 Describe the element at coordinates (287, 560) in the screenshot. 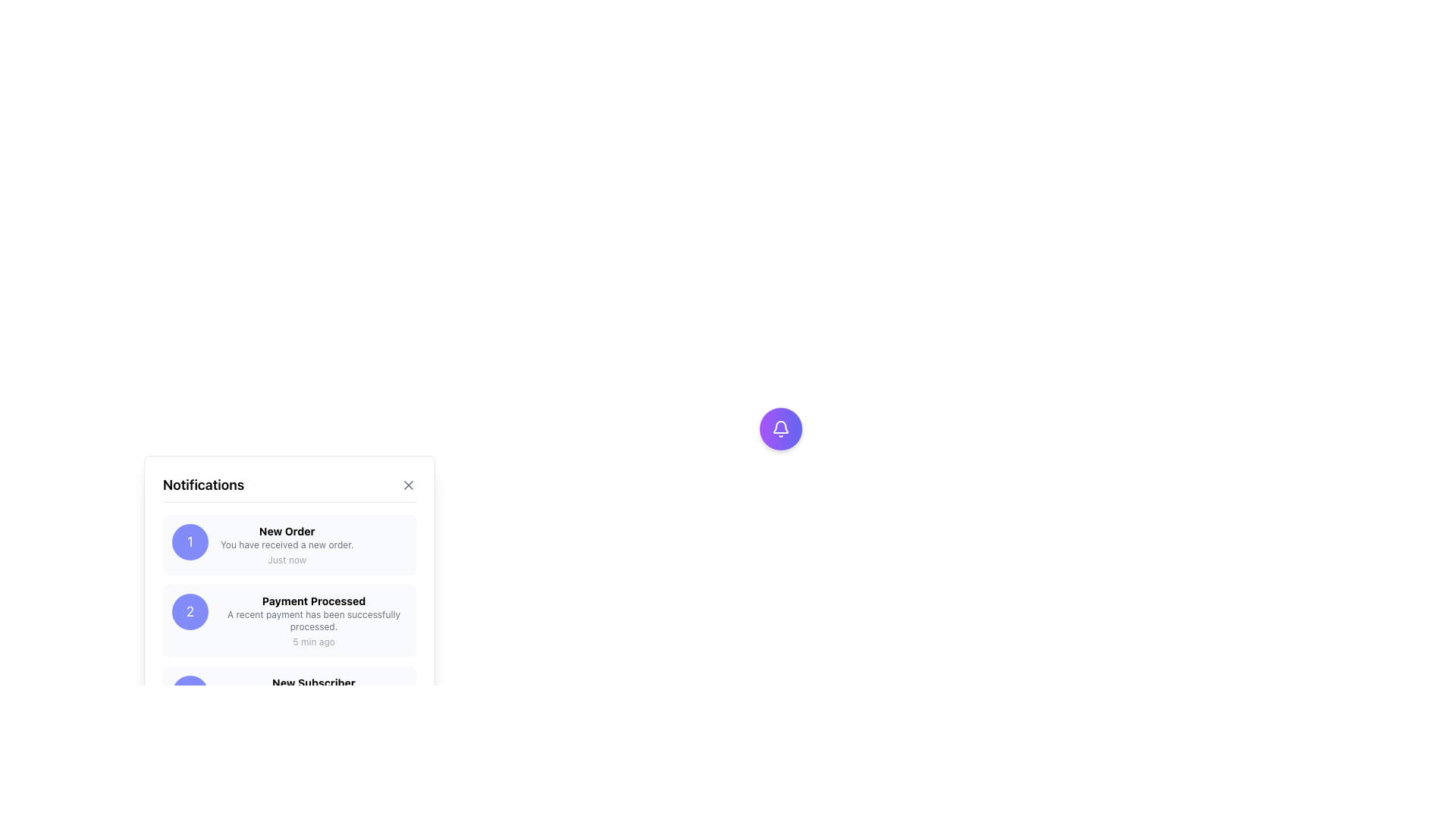

I see `timestamp text label indicating the recency of the associated notification located beneath the description 'You have received a new order.'` at that location.